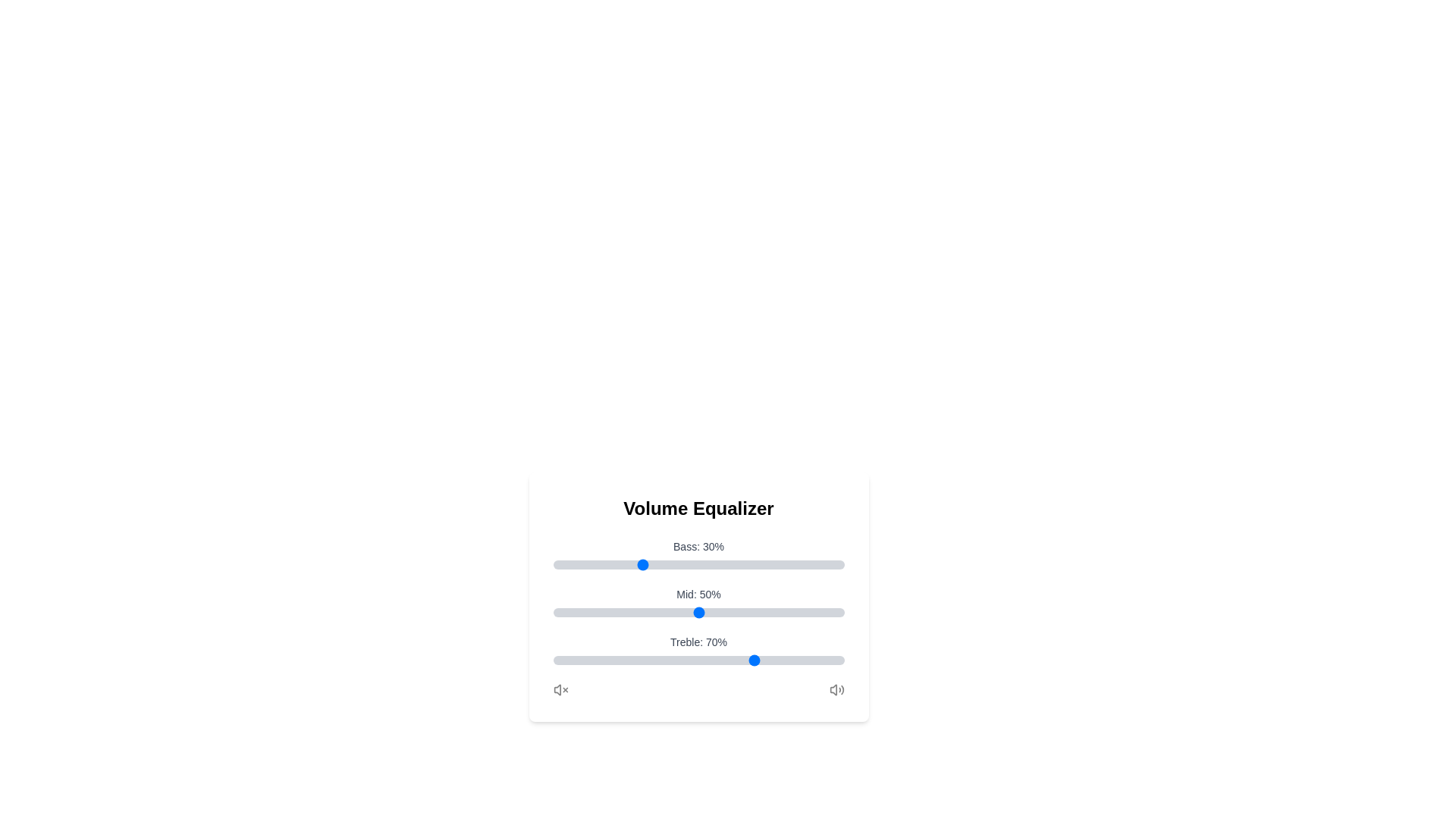 Image resolution: width=1456 pixels, height=819 pixels. Describe the element at coordinates (661, 611) in the screenshot. I see `the Mid slider to 37%` at that location.